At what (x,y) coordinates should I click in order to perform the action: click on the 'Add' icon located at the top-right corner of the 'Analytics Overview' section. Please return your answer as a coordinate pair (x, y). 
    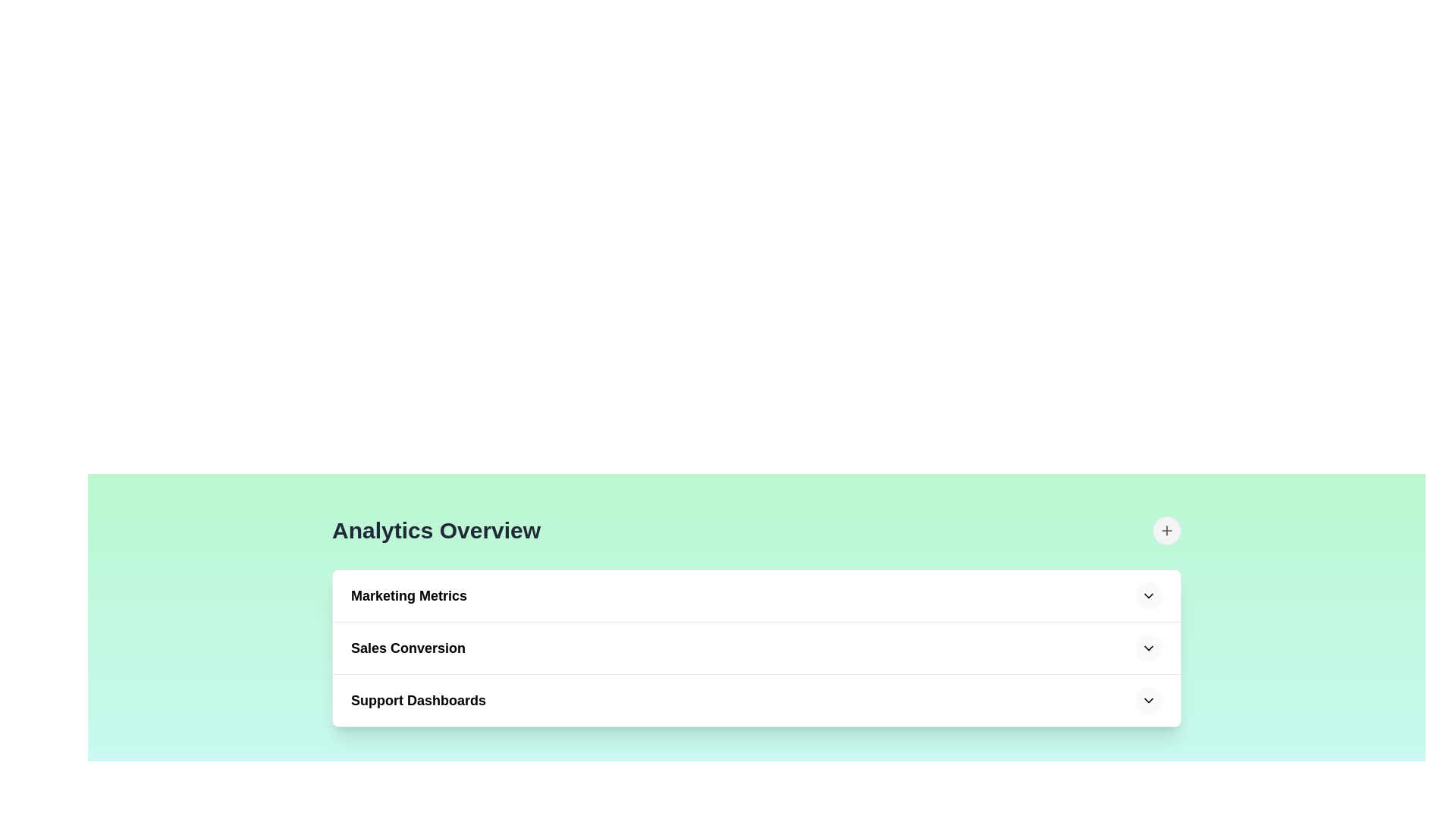
    Looking at the image, I should click on (1166, 529).